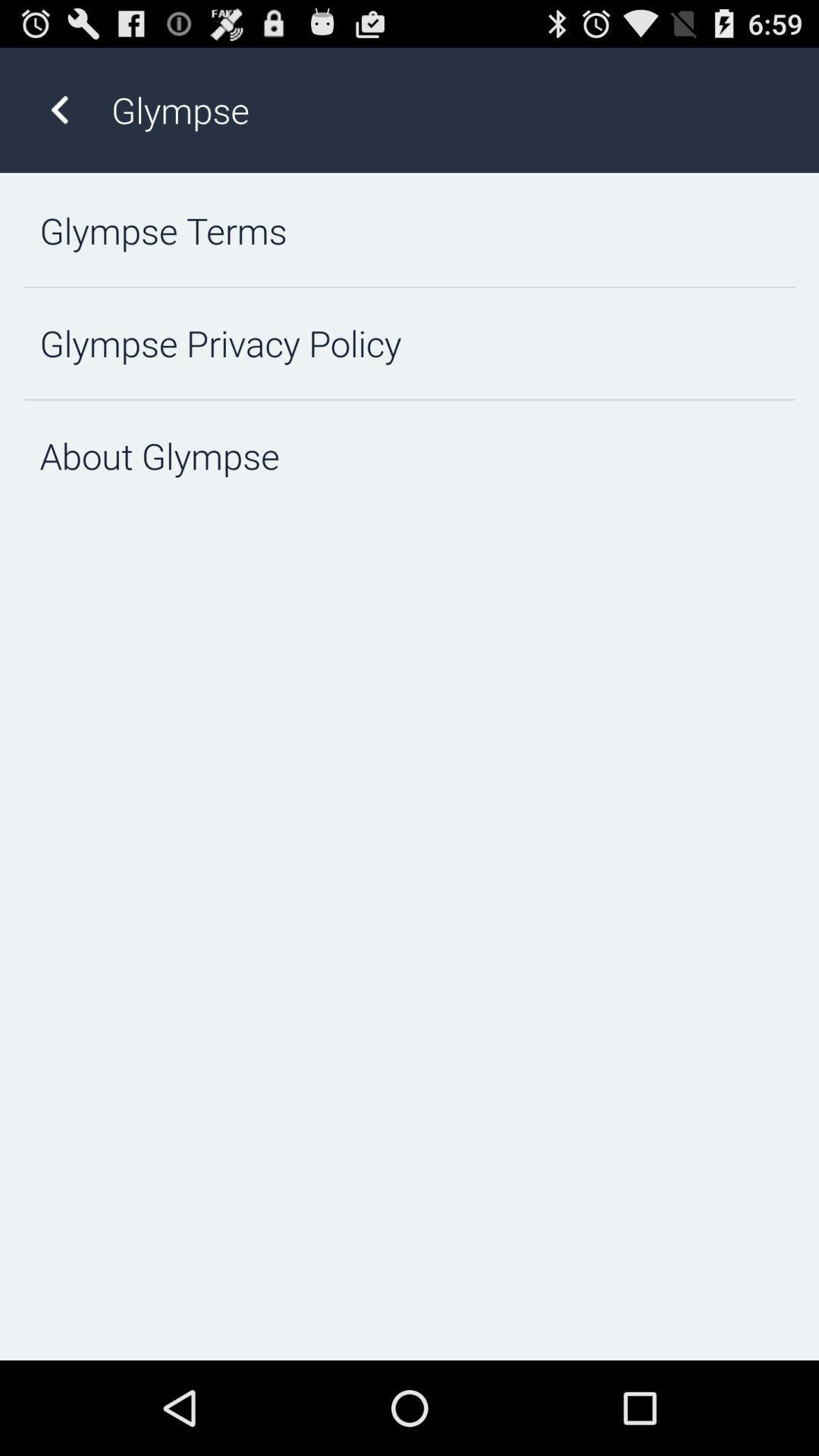 The image size is (819, 1456). What do you see at coordinates (58, 109) in the screenshot?
I see `the icon at the top left corner` at bounding box center [58, 109].